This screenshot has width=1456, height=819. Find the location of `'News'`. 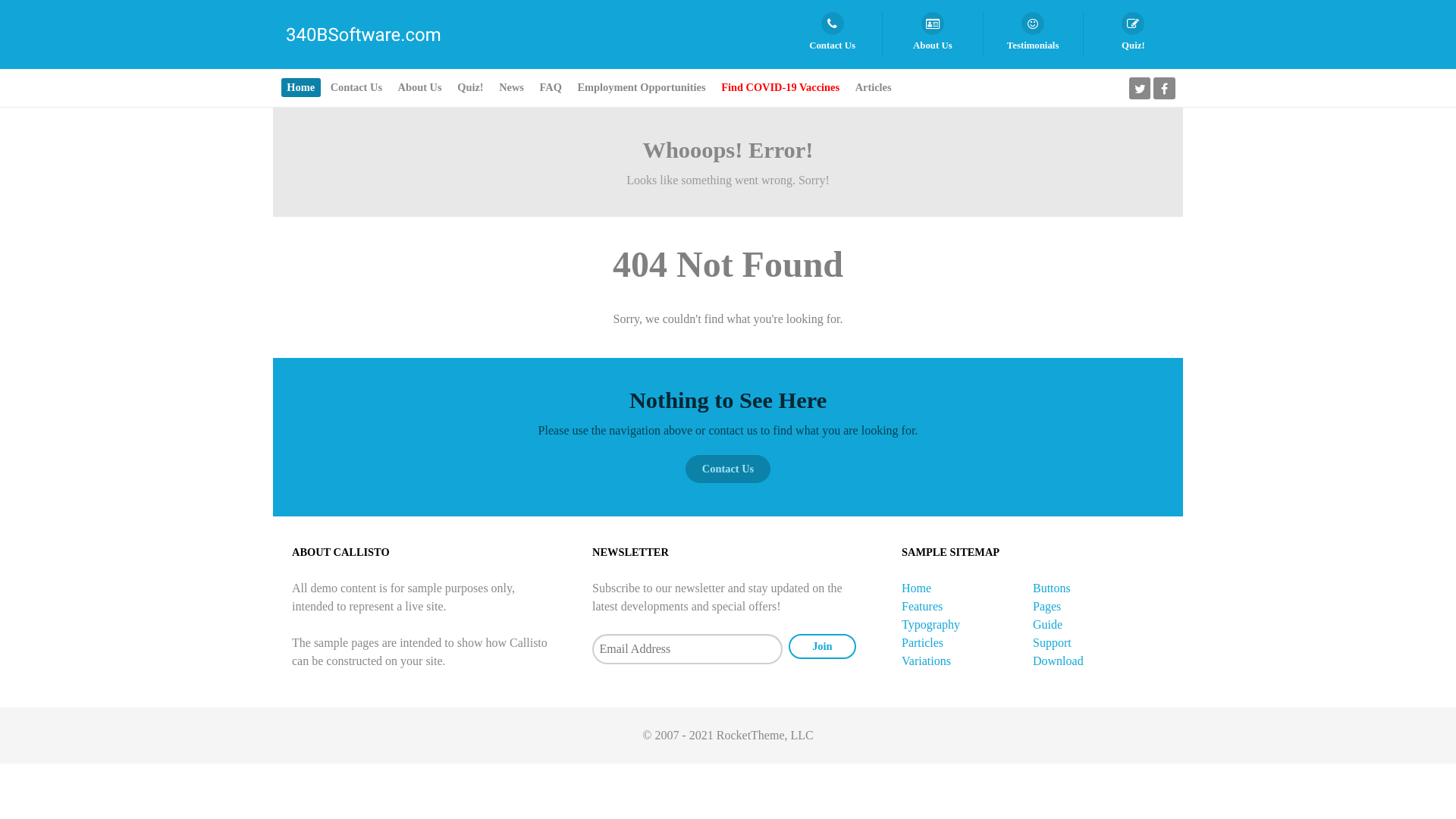

'News' is located at coordinates (512, 87).